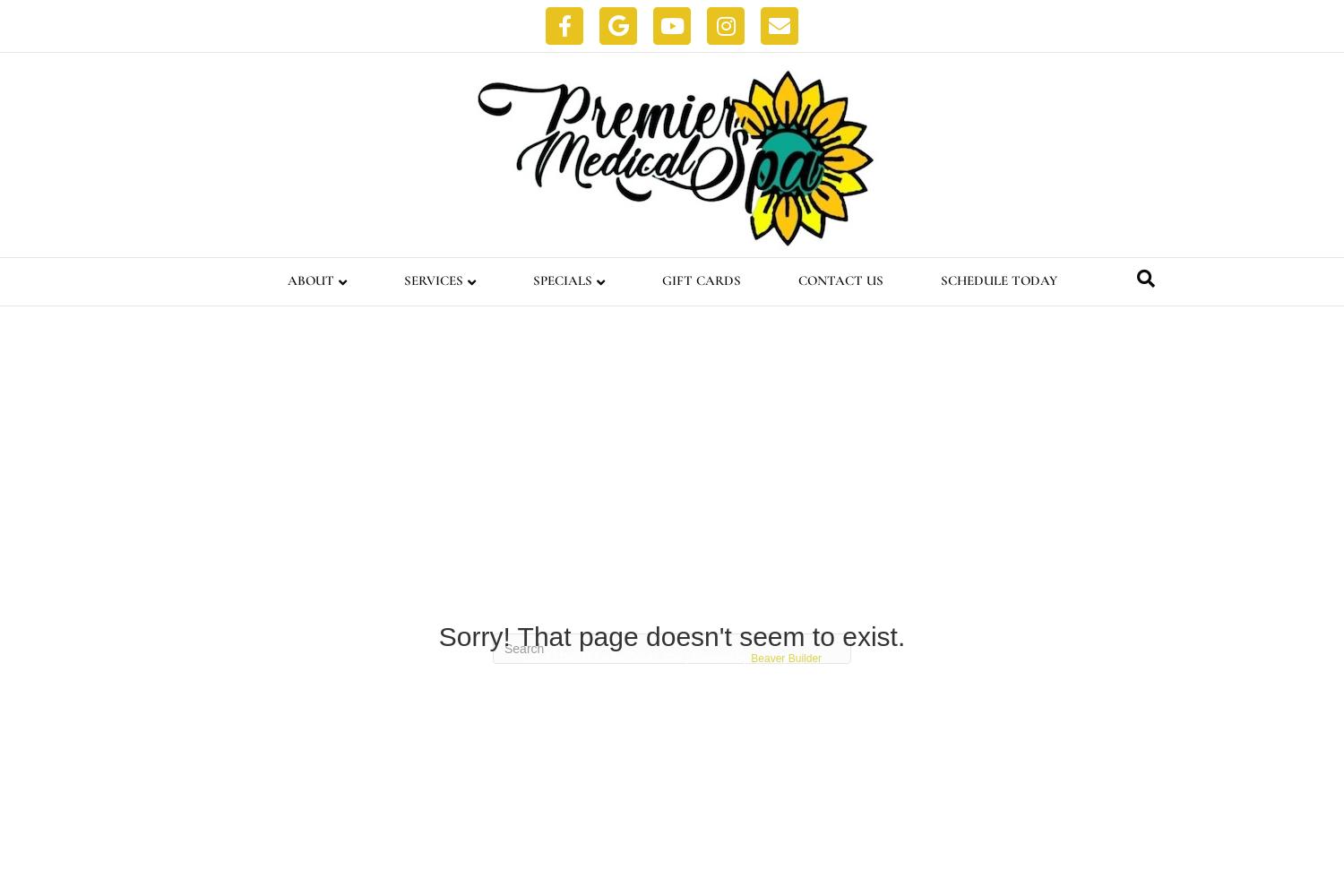 The height and width of the screenshot is (896, 1344). What do you see at coordinates (691, 658) in the screenshot?
I see `'Powered by'` at bounding box center [691, 658].